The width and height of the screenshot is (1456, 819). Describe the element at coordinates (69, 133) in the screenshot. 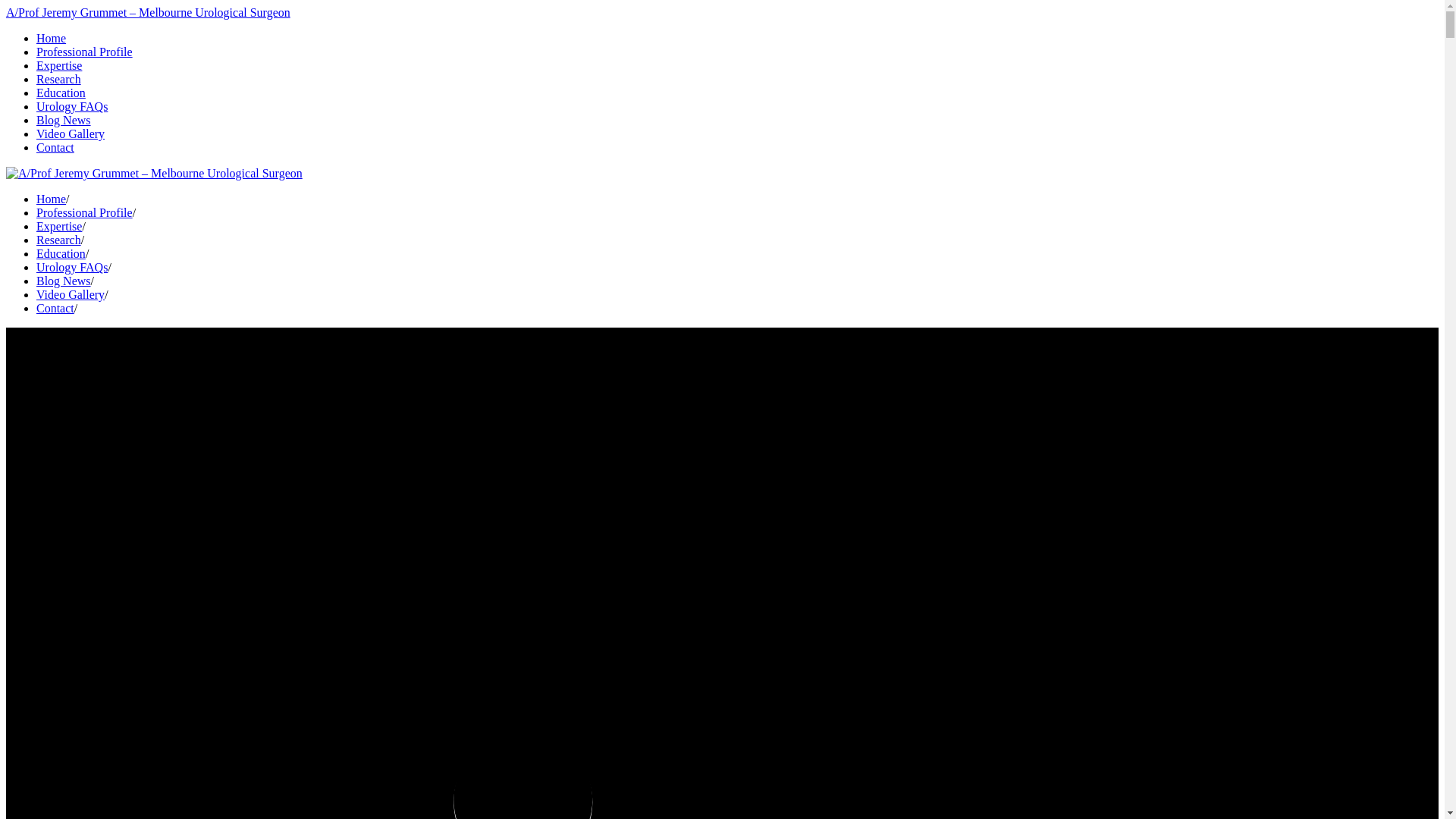

I see `'Video Gallery'` at that location.